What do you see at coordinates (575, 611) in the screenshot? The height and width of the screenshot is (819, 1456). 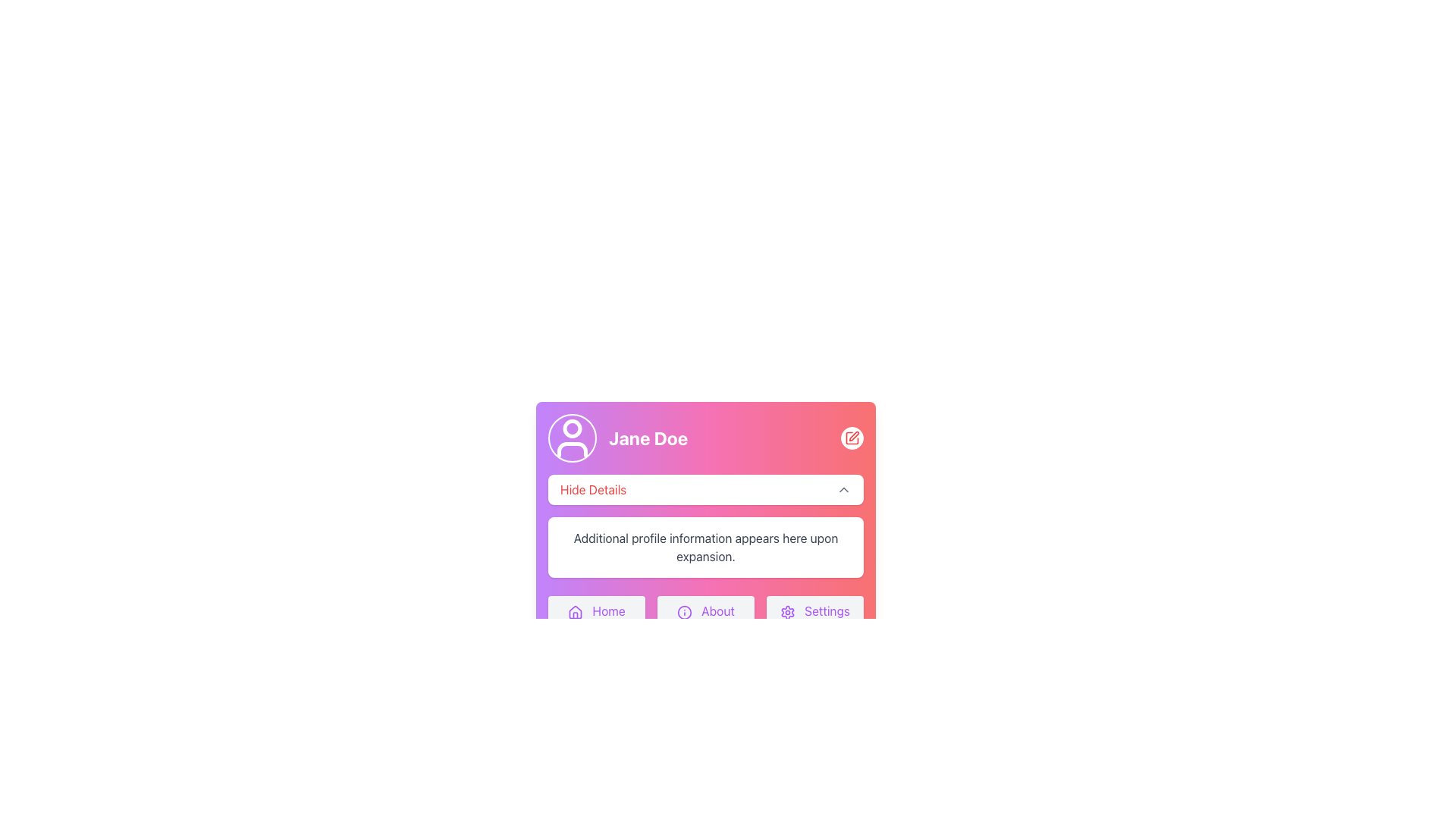 I see `the 'Home' graphical icon located at the far left of the navigation bar` at bounding box center [575, 611].